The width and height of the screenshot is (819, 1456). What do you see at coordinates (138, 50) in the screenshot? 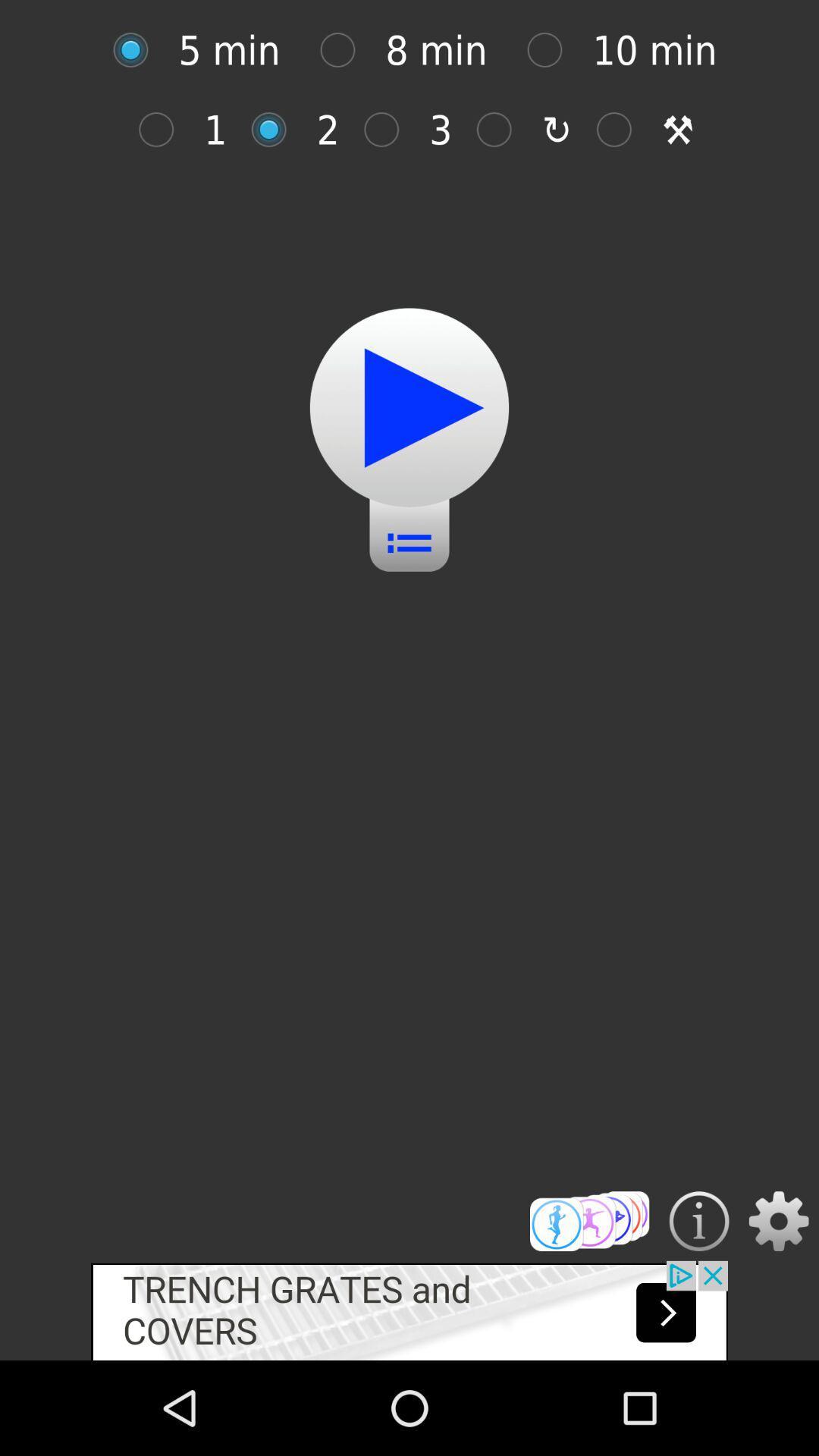
I see `play` at bounding box center [138, 50].